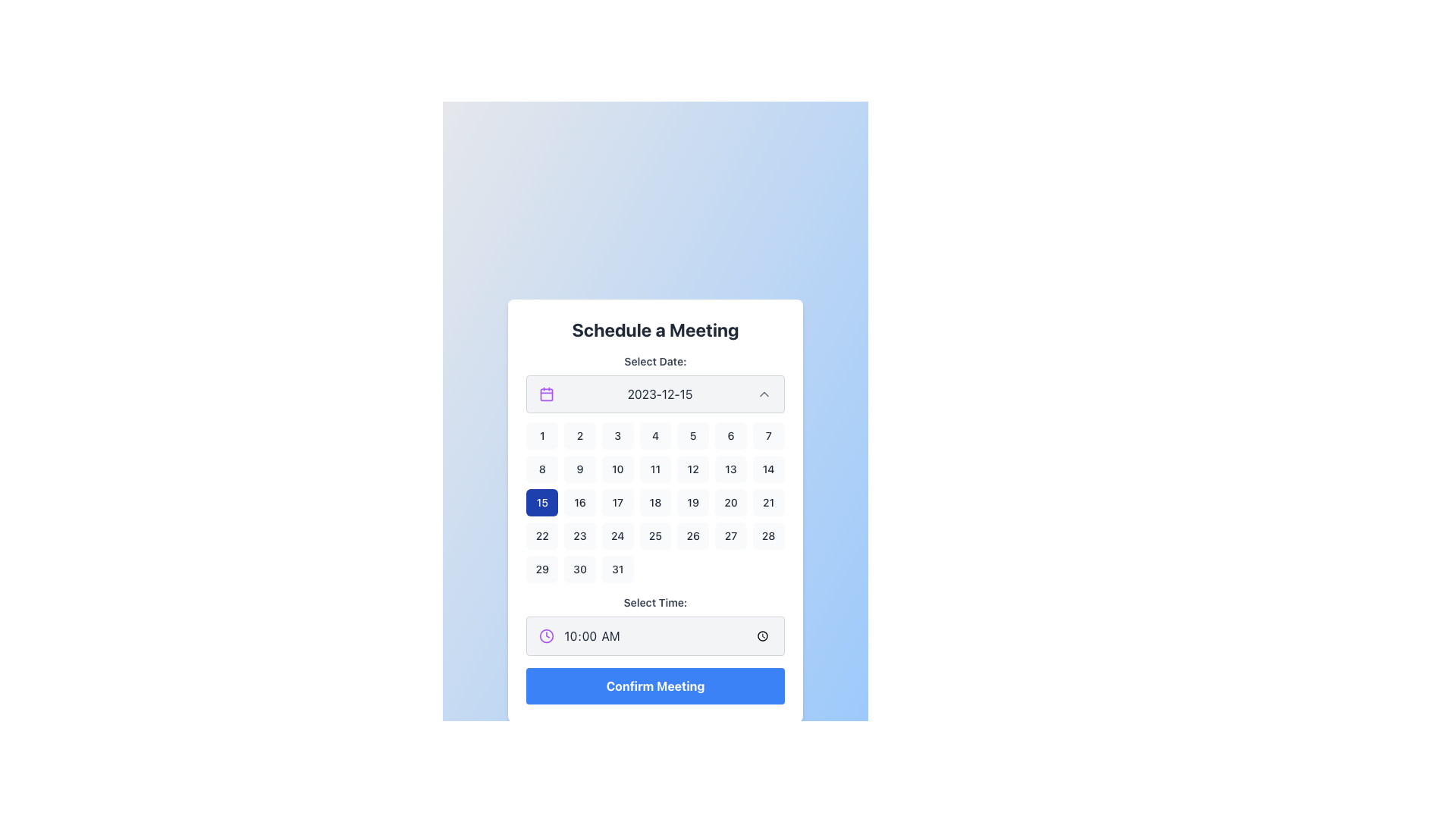 This screenshot has width=1456, height=819. What do you see at coordinates (768, 503) in the screenshot?
I see `the small square button with rounded corners displaying the number '21'` at bounding box center [768, 503].